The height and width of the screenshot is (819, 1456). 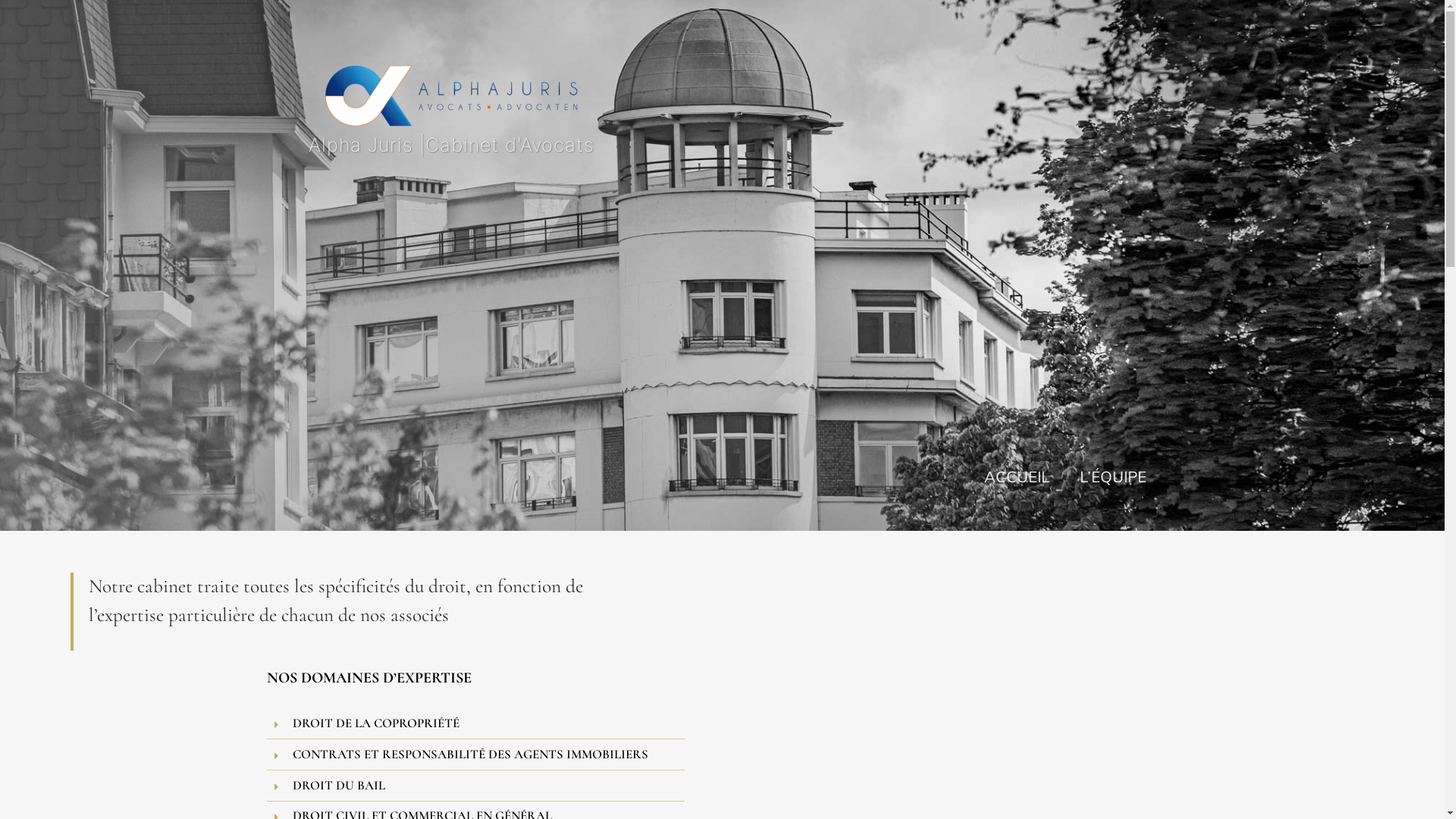 I want to click on 'ACCUEIL', so click(x=1016, y=474).